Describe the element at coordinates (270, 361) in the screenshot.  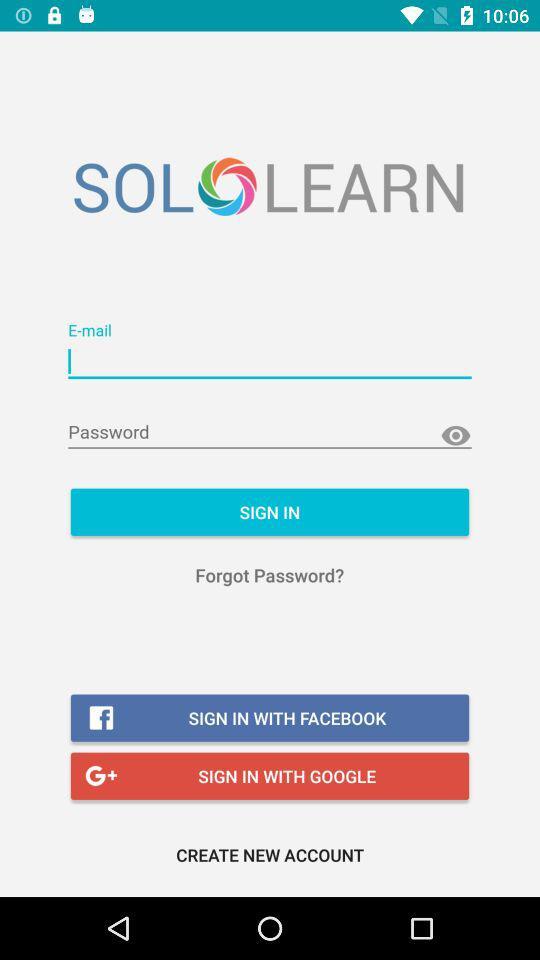
I see `email in the box` at that location.